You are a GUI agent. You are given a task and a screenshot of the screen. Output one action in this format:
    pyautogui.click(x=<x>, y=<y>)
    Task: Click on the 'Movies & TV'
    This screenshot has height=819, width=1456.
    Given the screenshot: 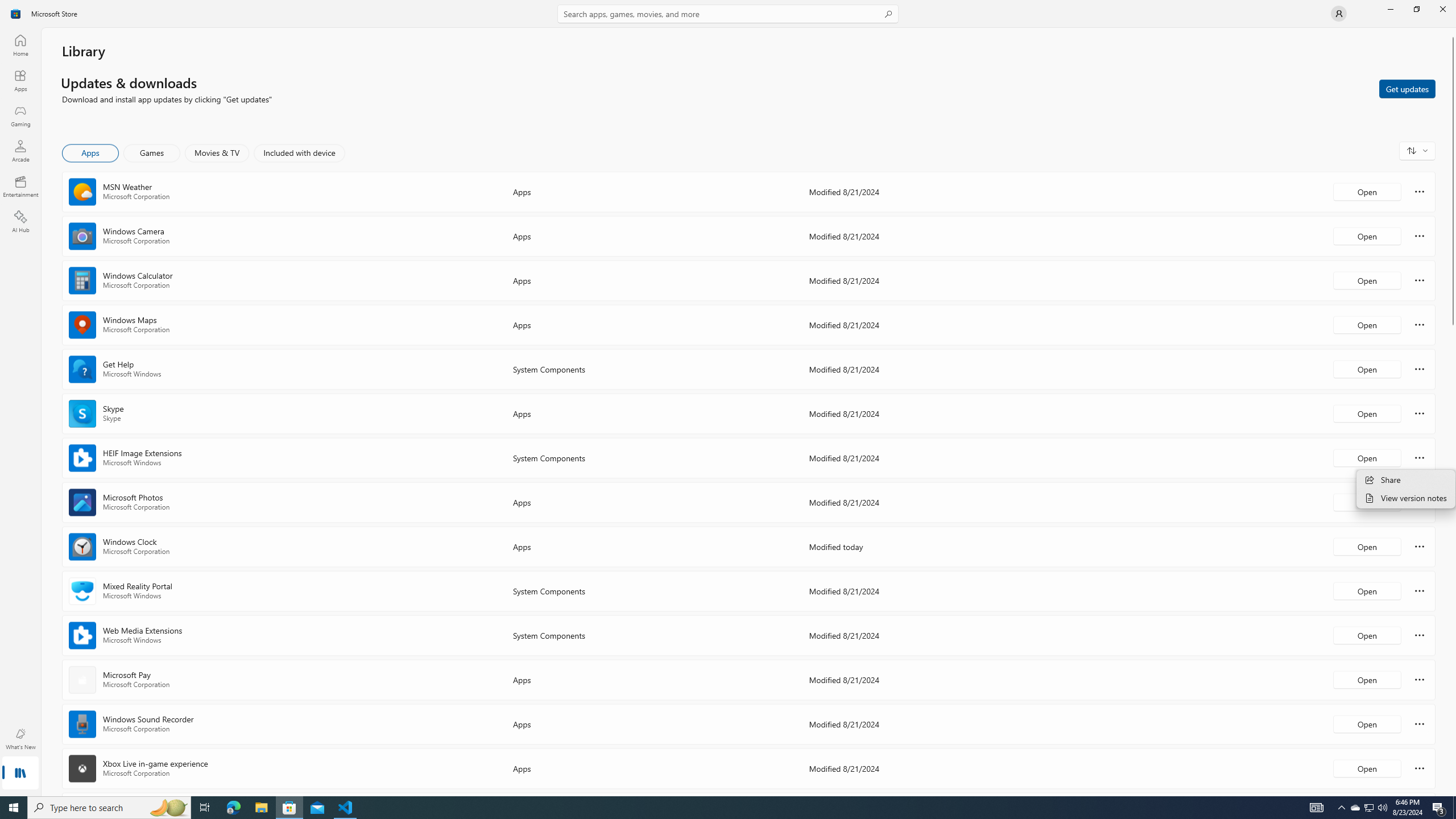 What is the action you would take?
    pyautogui.click(x=216, y=152)
    